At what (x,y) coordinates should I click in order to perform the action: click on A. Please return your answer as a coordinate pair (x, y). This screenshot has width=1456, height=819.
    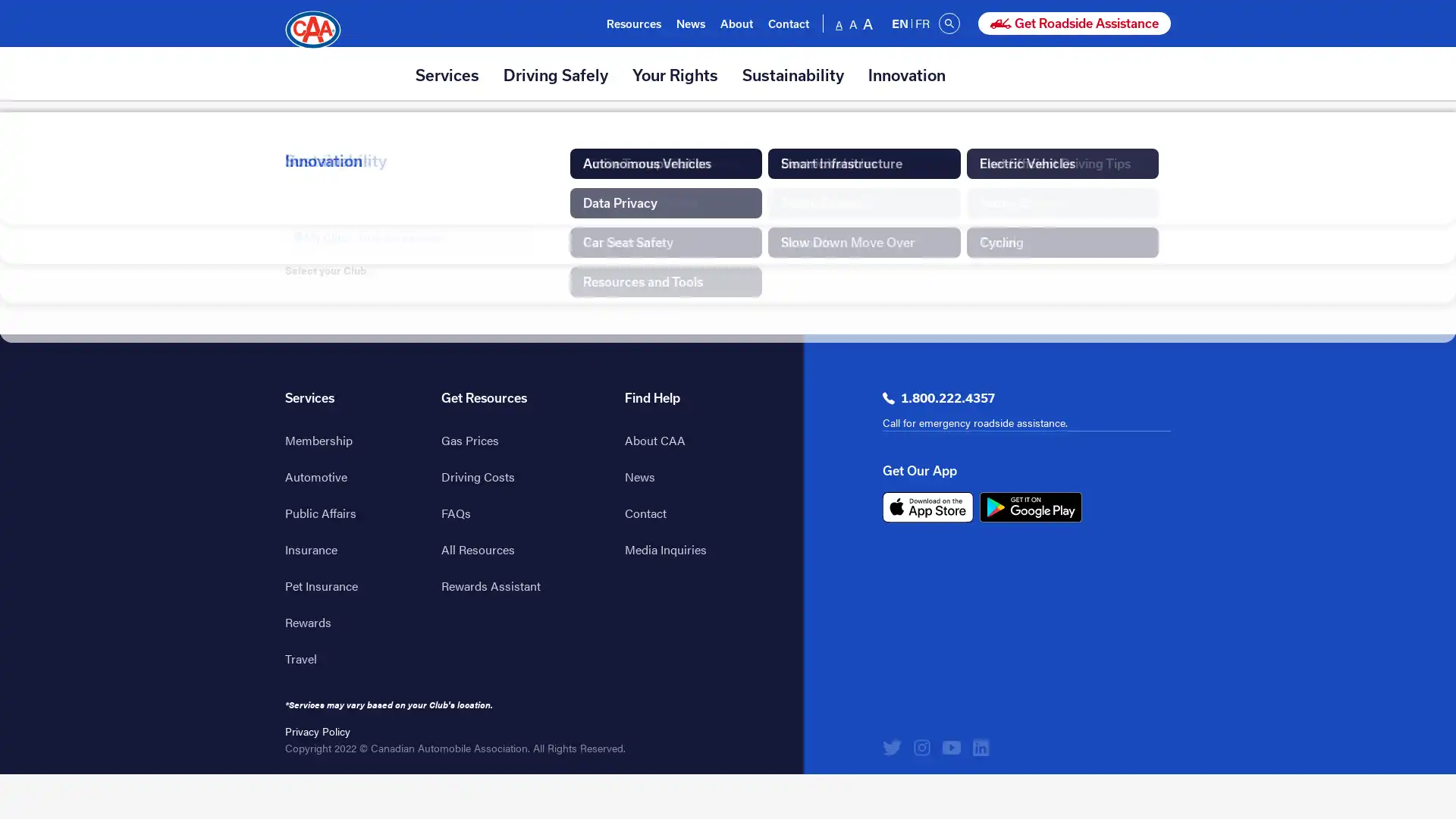
    Looking at the image, I should click on (839, 23).